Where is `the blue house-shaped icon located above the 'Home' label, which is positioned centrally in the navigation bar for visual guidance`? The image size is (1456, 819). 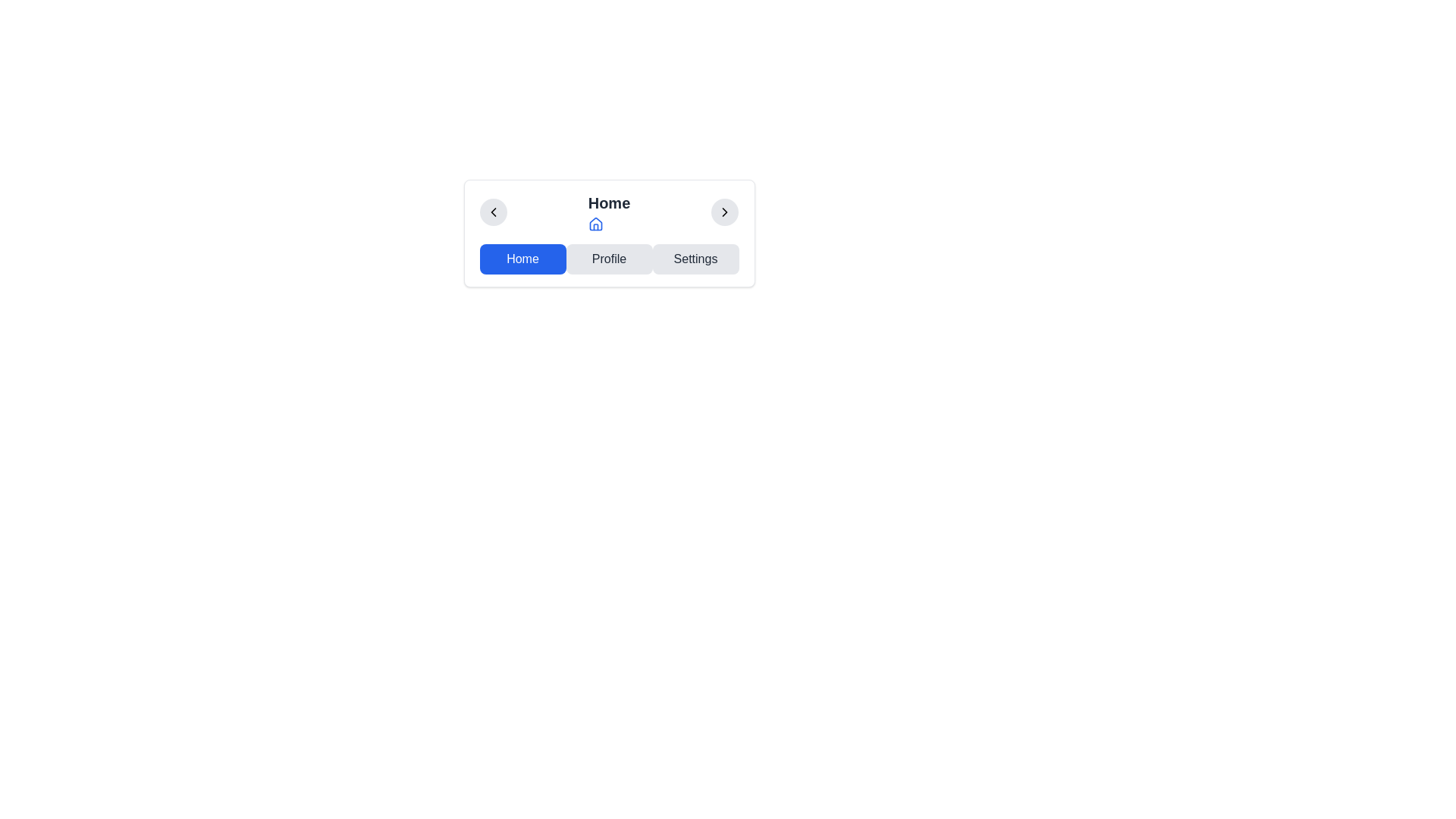 the blue house-shaped icon located above the 'Home' label, which is positioned centrally in the navigation bar for visual guidance is located at coordinates (595, 224).